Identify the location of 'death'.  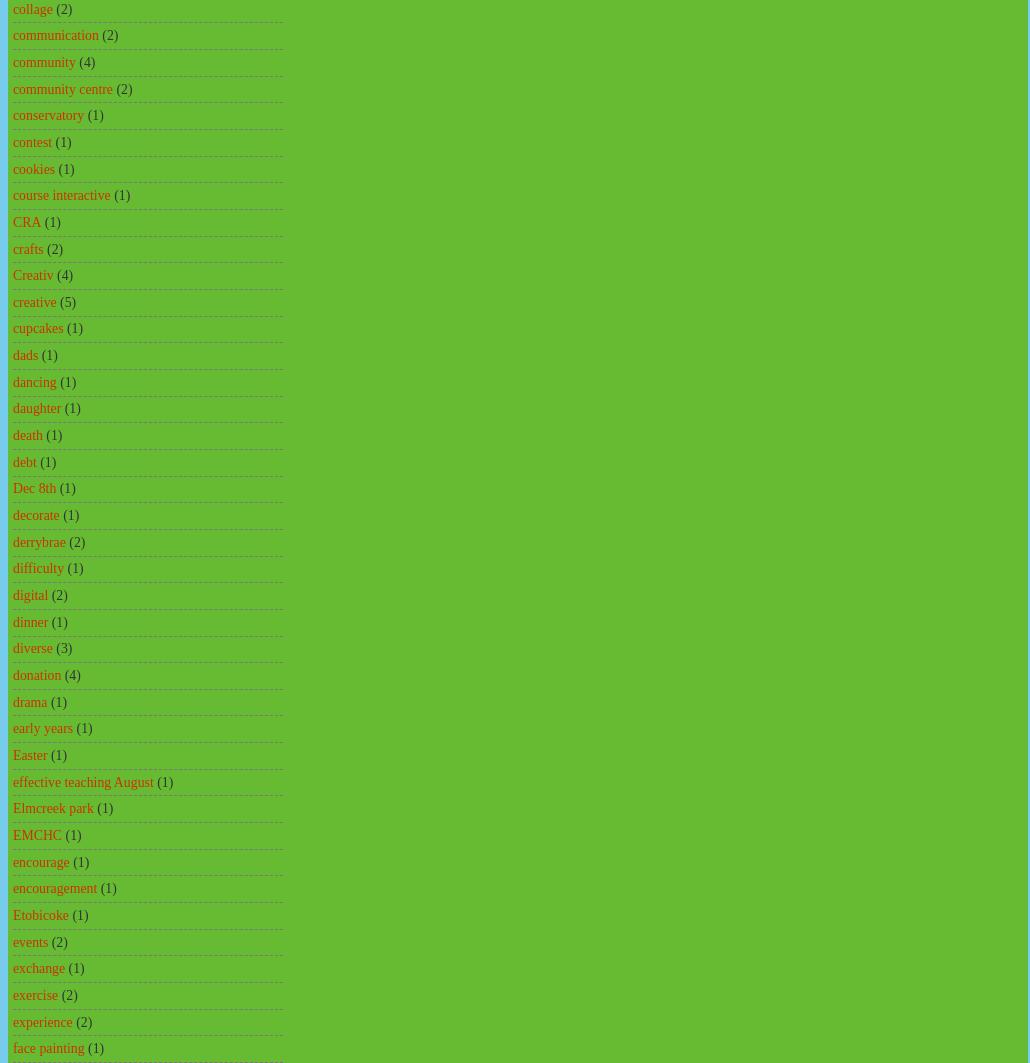
(27, 435).